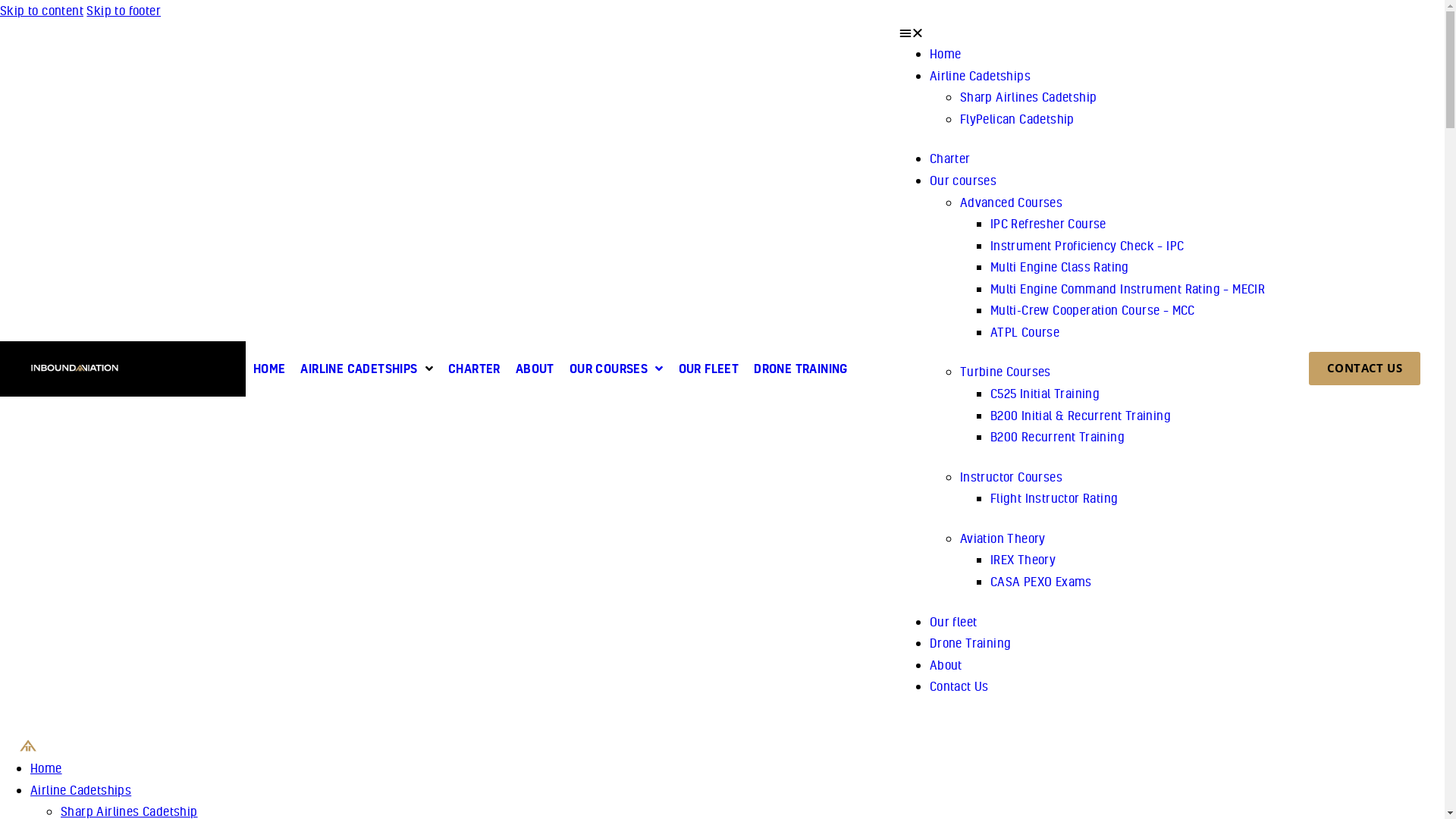  What do you see at coordinates (1022, 559) in the screenshot?
I see `'IREX Theory'` at bounding box center [1022, 559].